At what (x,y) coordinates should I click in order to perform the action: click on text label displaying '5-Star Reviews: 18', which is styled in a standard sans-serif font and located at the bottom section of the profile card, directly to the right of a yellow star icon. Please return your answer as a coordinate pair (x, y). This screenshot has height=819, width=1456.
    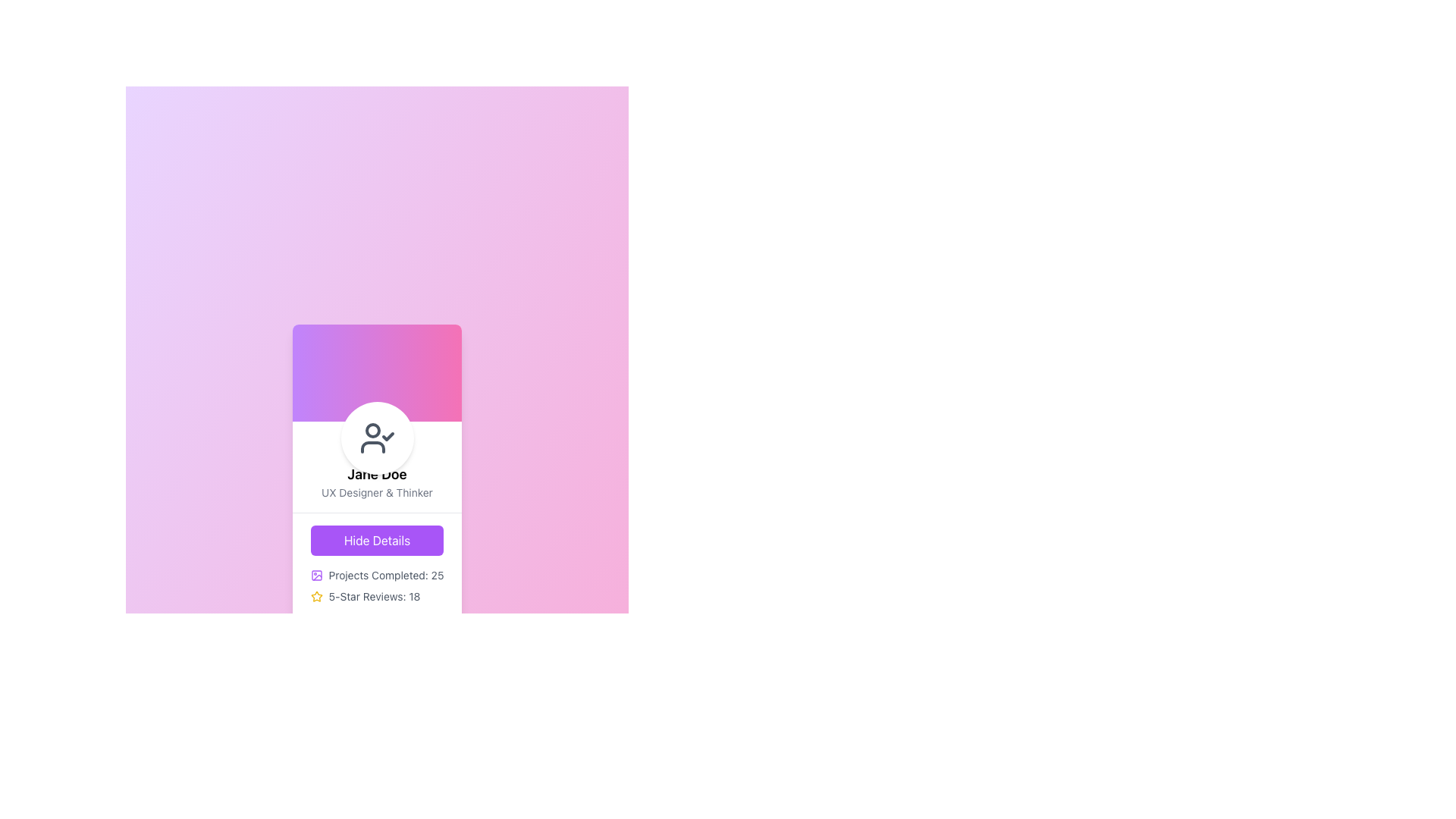
    Looking at the image, I should click on (375, 595).